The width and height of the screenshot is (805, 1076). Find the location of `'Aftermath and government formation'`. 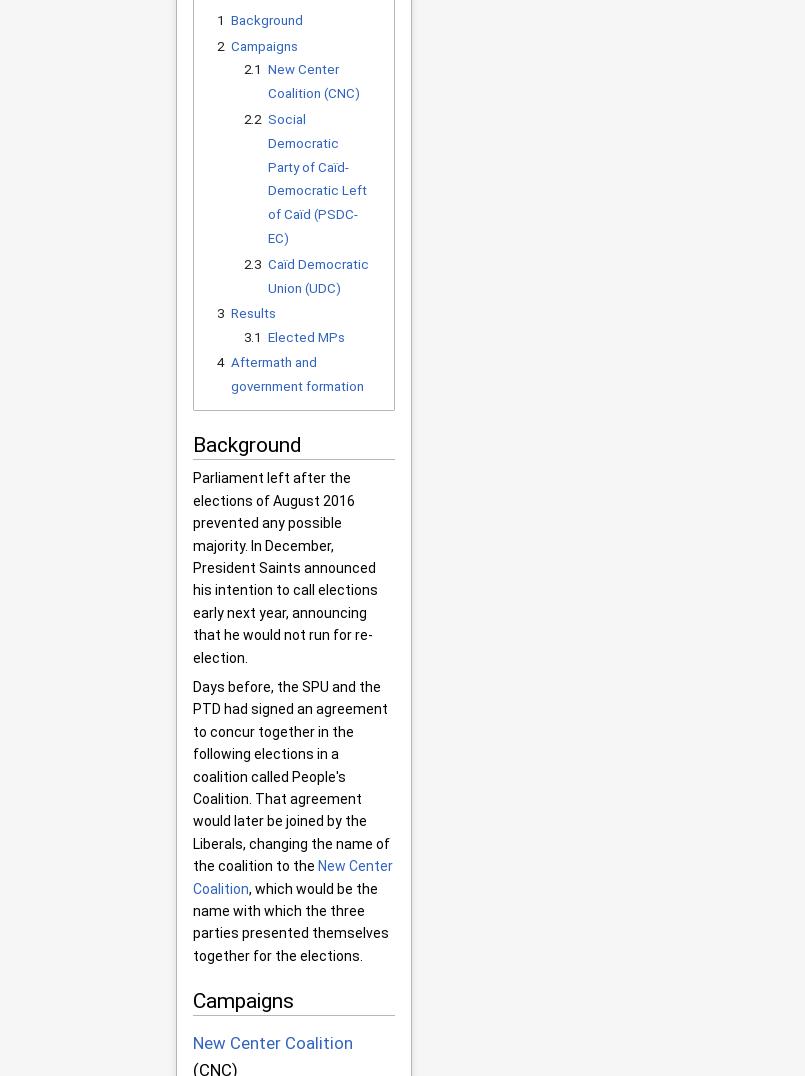

'Aftermath and government formation' is located at coordinates (295, 373).